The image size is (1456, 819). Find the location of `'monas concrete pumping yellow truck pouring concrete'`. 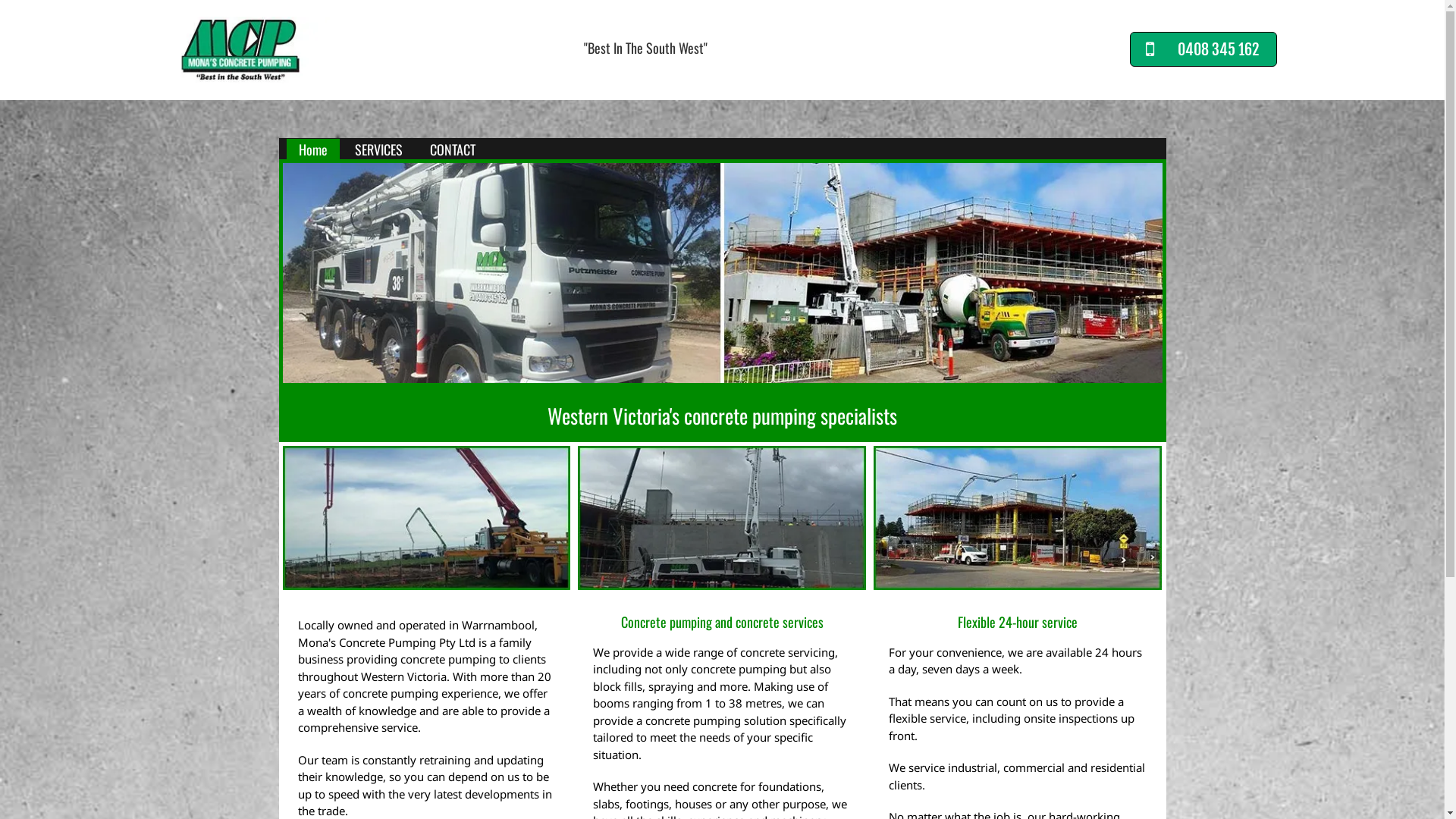

'monas concrete pumping yellow truck pouring concrete' is located at coordinates (425, 516).